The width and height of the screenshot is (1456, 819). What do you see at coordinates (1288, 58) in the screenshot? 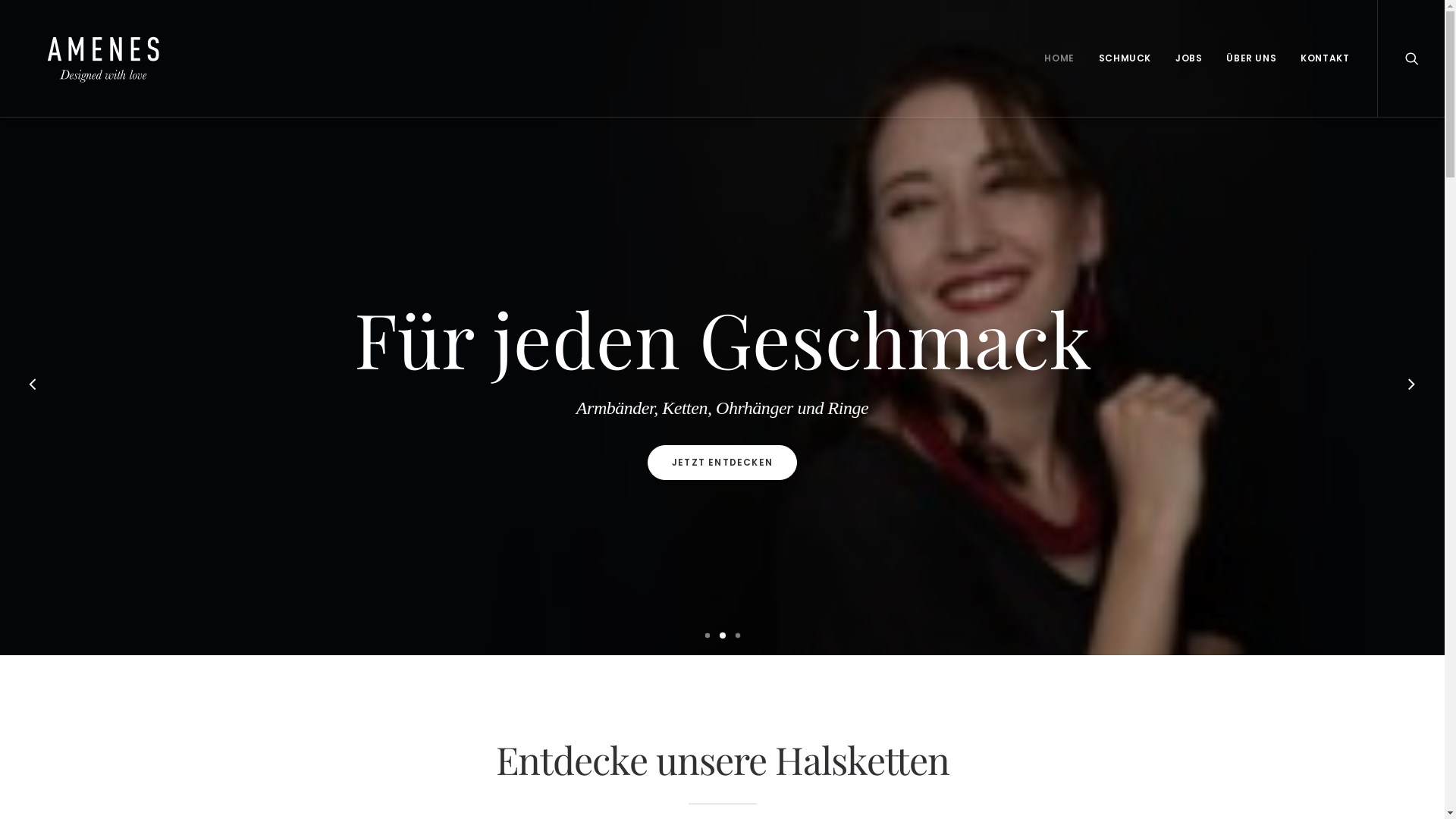
I see `'KONTAKT'` at bounding box center [1288, 58].